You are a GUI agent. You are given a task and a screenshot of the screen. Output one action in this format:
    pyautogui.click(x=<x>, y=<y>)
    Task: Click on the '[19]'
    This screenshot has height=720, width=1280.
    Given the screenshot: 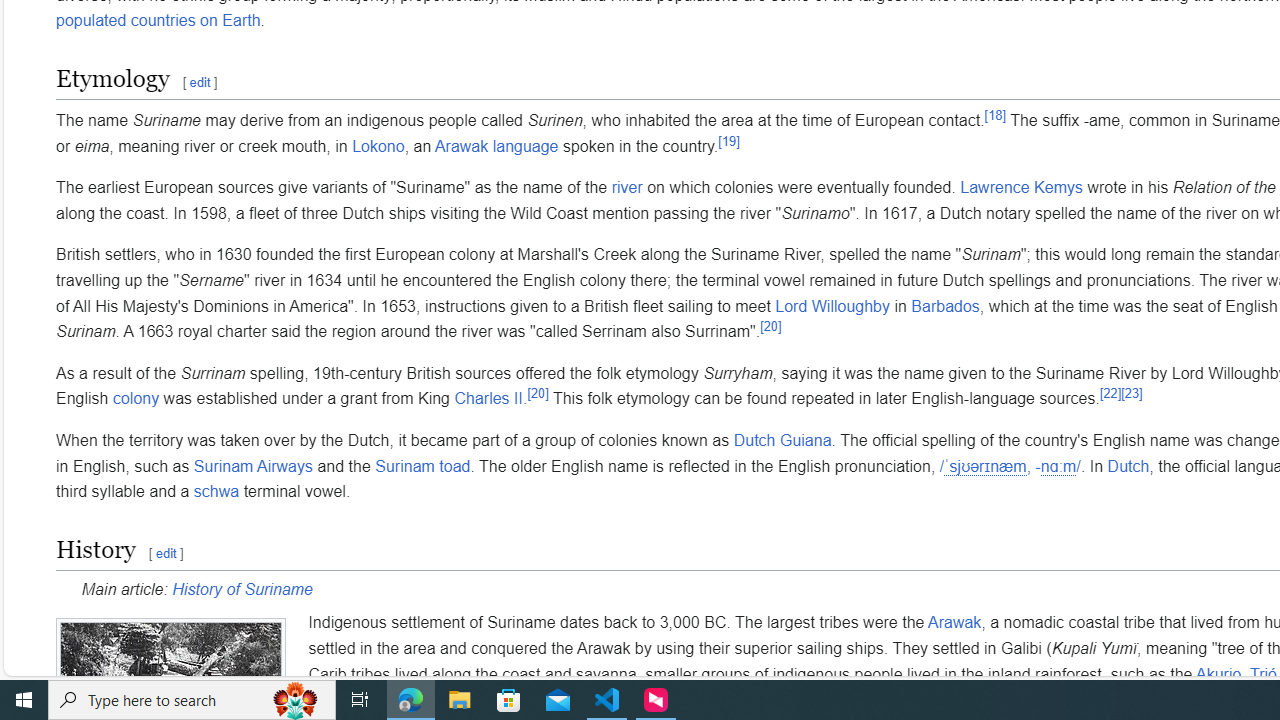 What is the action you would take?
    pyautogui.click(x=727, y=140)
    